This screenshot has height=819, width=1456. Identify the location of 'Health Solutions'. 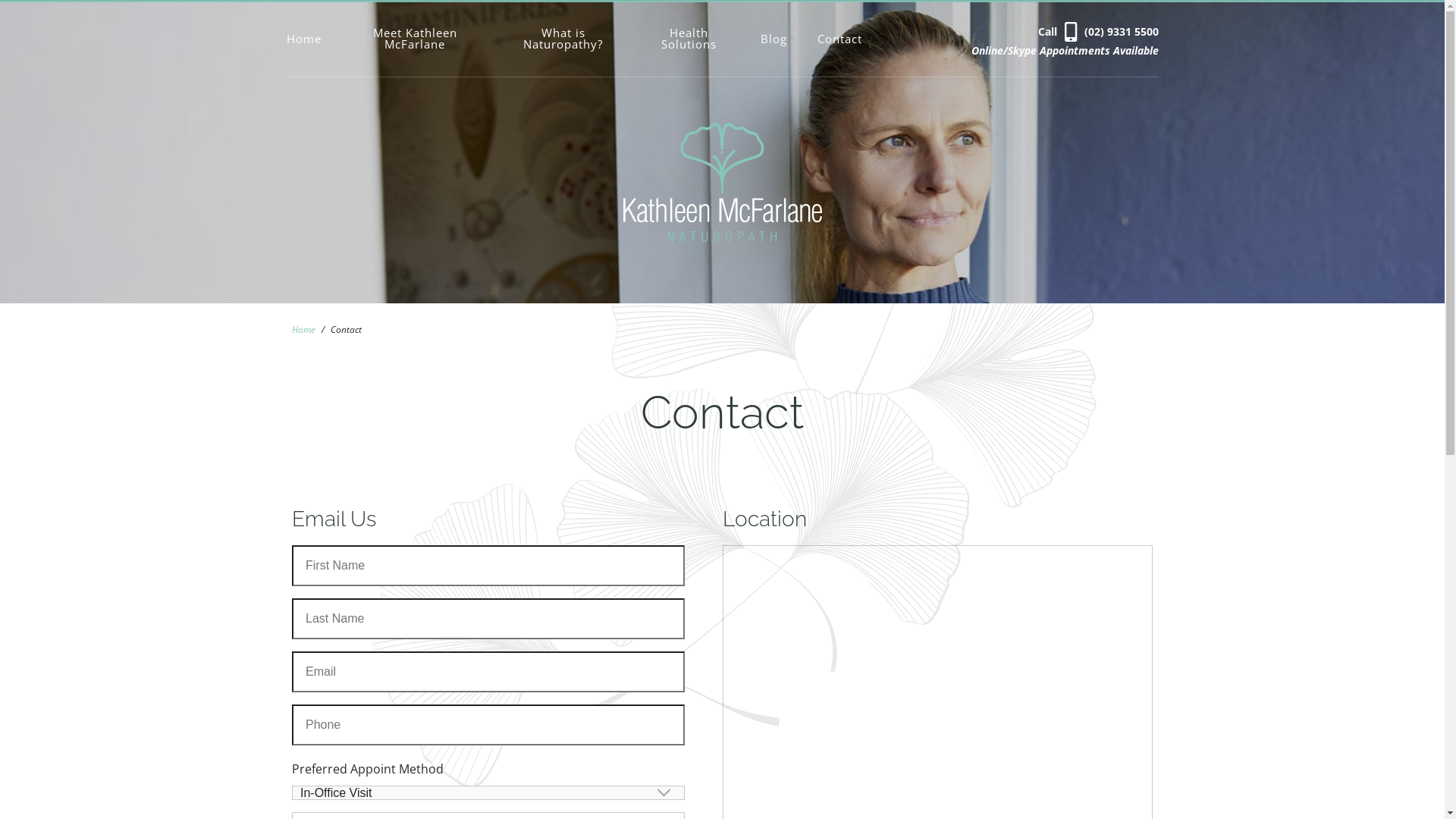
(688, 37).